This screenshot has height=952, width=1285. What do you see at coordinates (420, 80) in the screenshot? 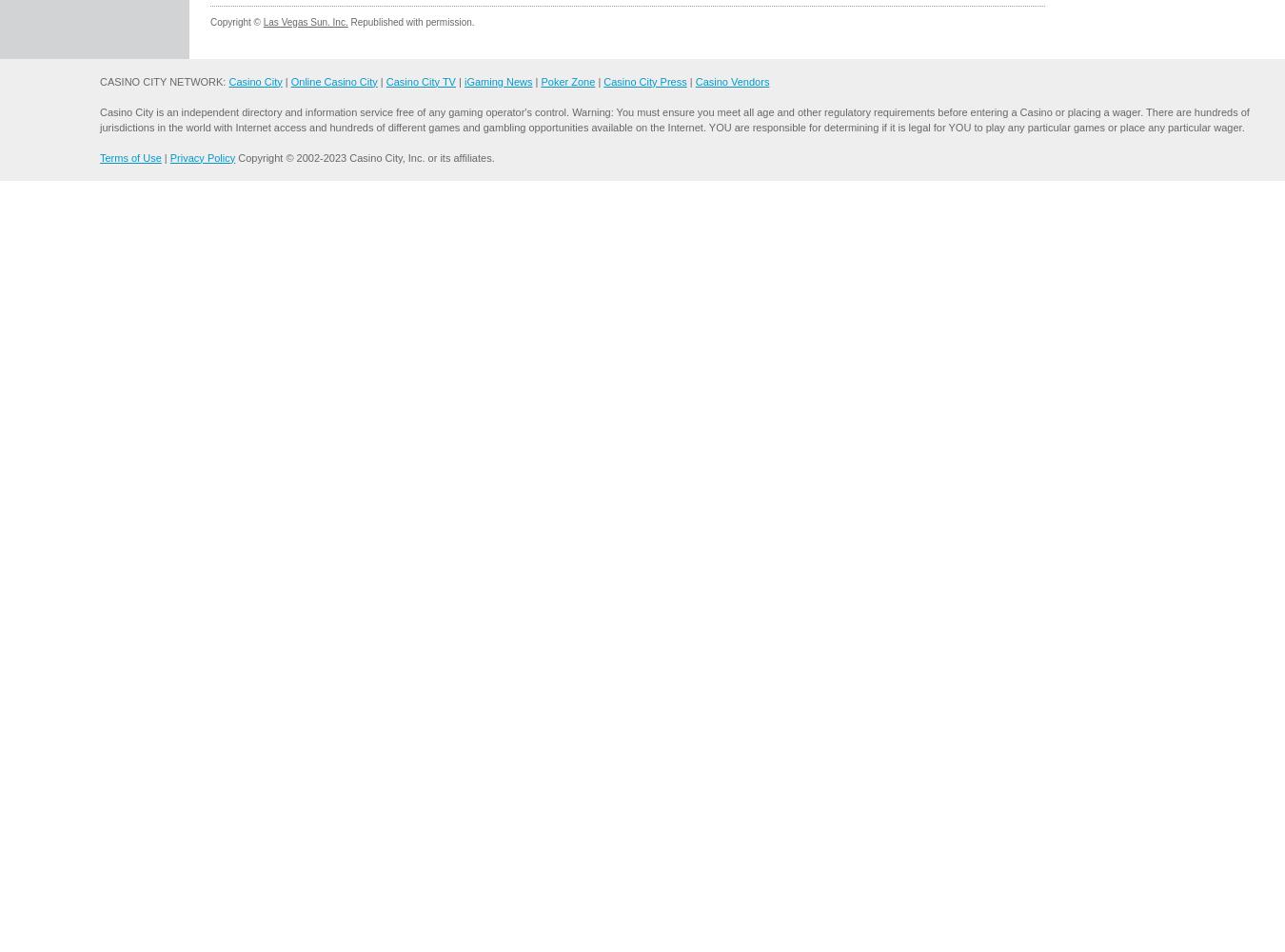
I see `'Casino City TV'` at bounding box center [420, 80].